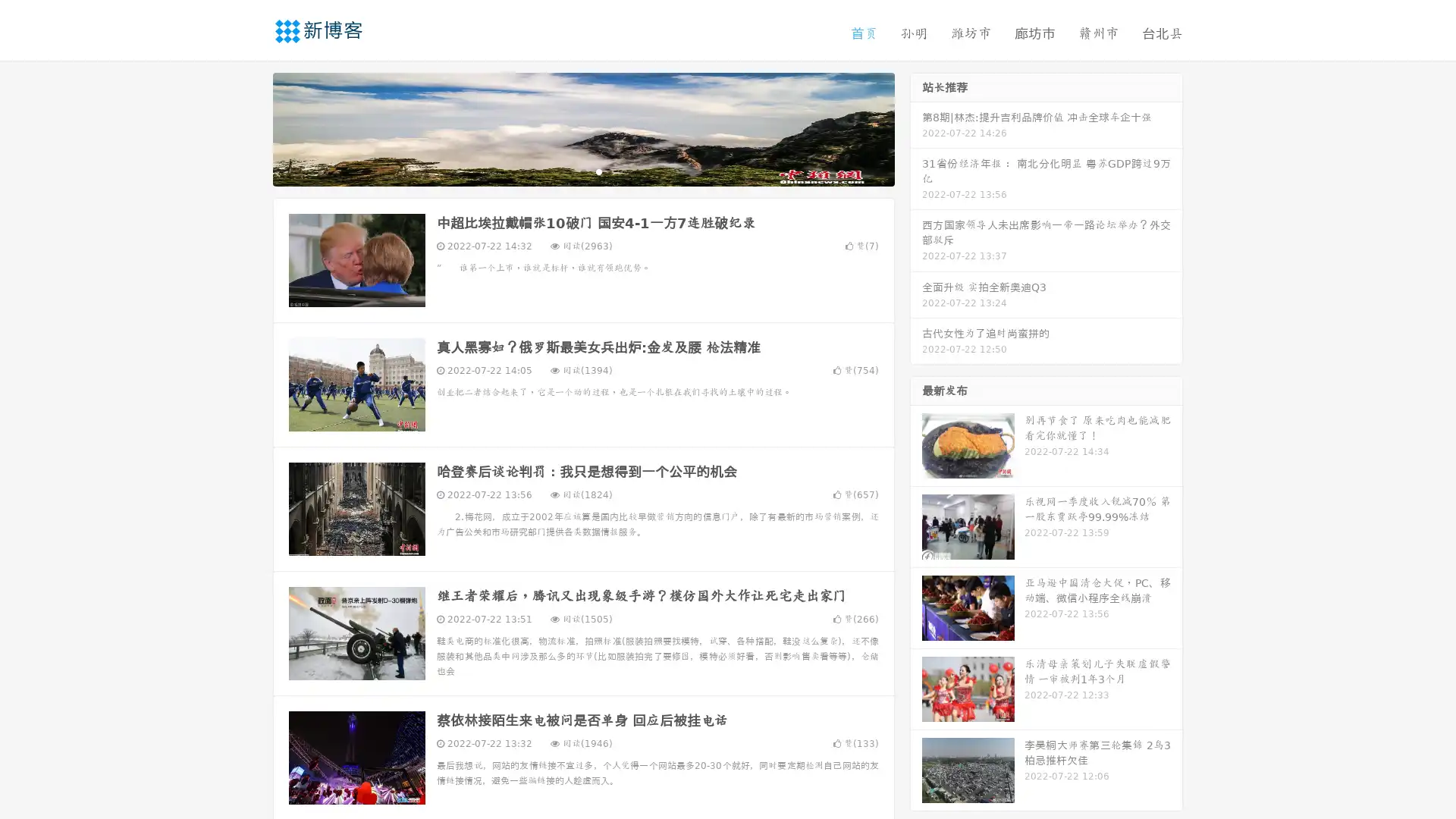 The image size is (1456, 819). I want to click on Go to slide 1, so click(567, 171).